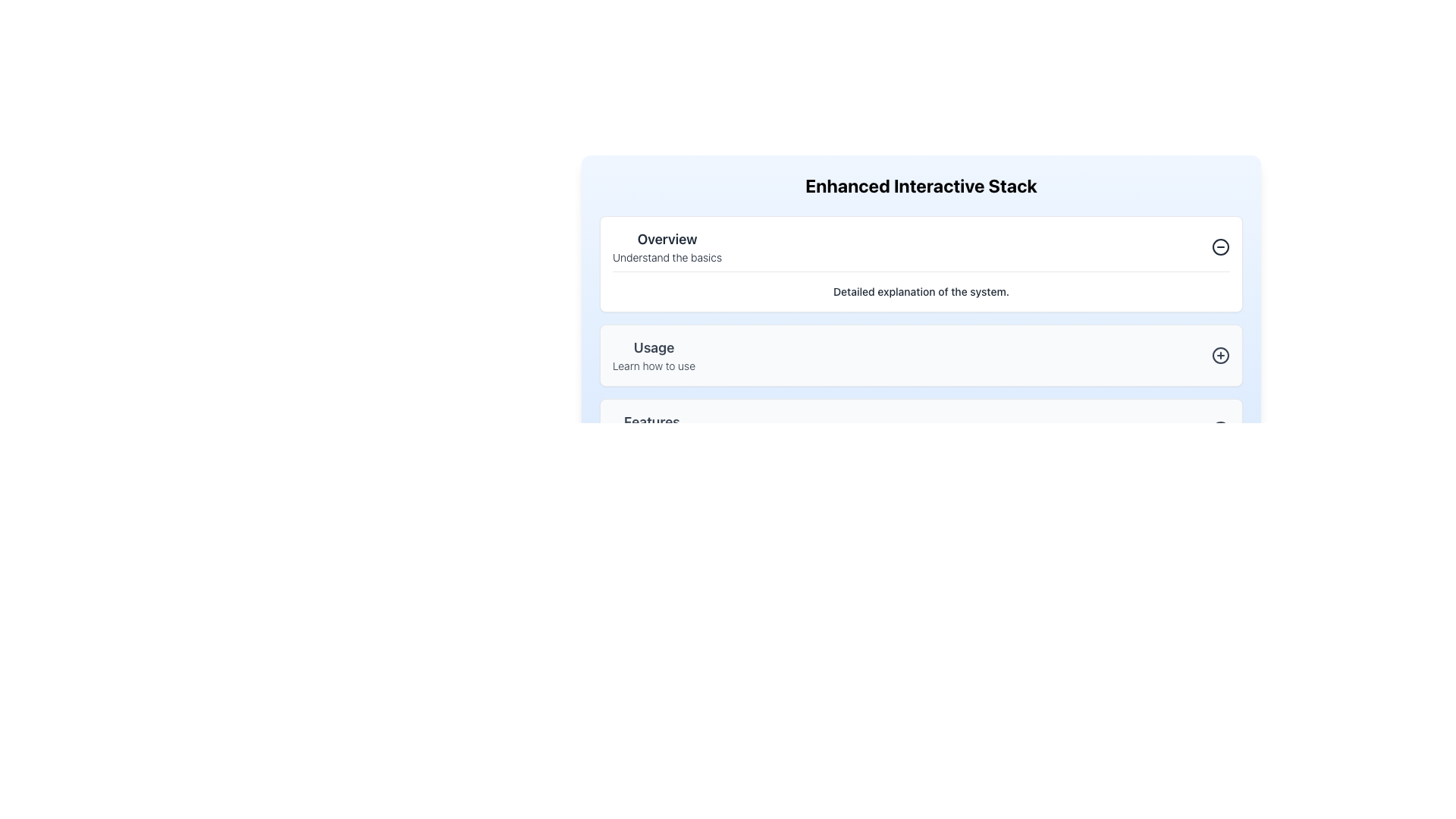 The width and height of the screenshot is (1456, 819). Describe the element at coordinates (1220, 356) in the screenshot. I see `the IconButton located at the right end of the 'Usage' section` at that location.